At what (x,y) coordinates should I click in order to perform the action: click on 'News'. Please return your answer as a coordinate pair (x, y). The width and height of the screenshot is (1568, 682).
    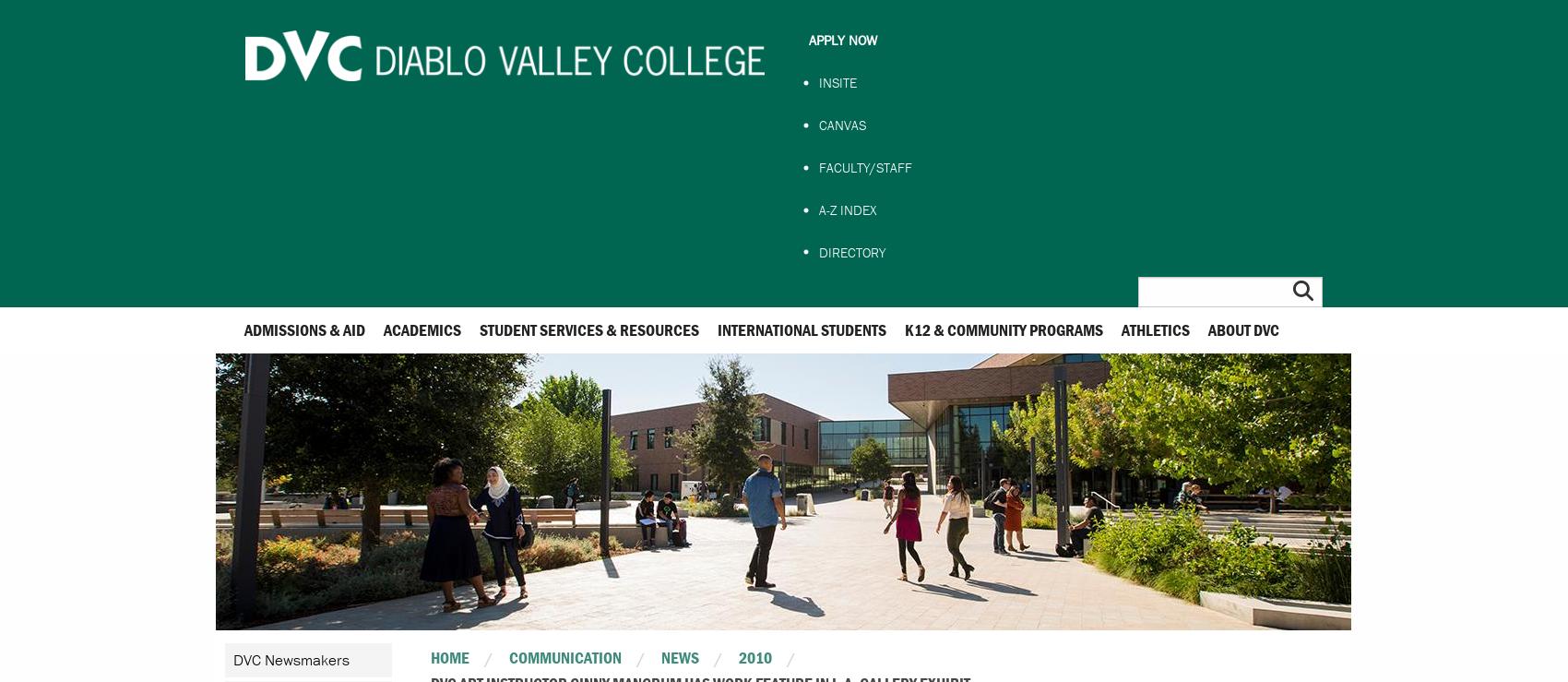
    Looking at the image, I should click on (679, 656).